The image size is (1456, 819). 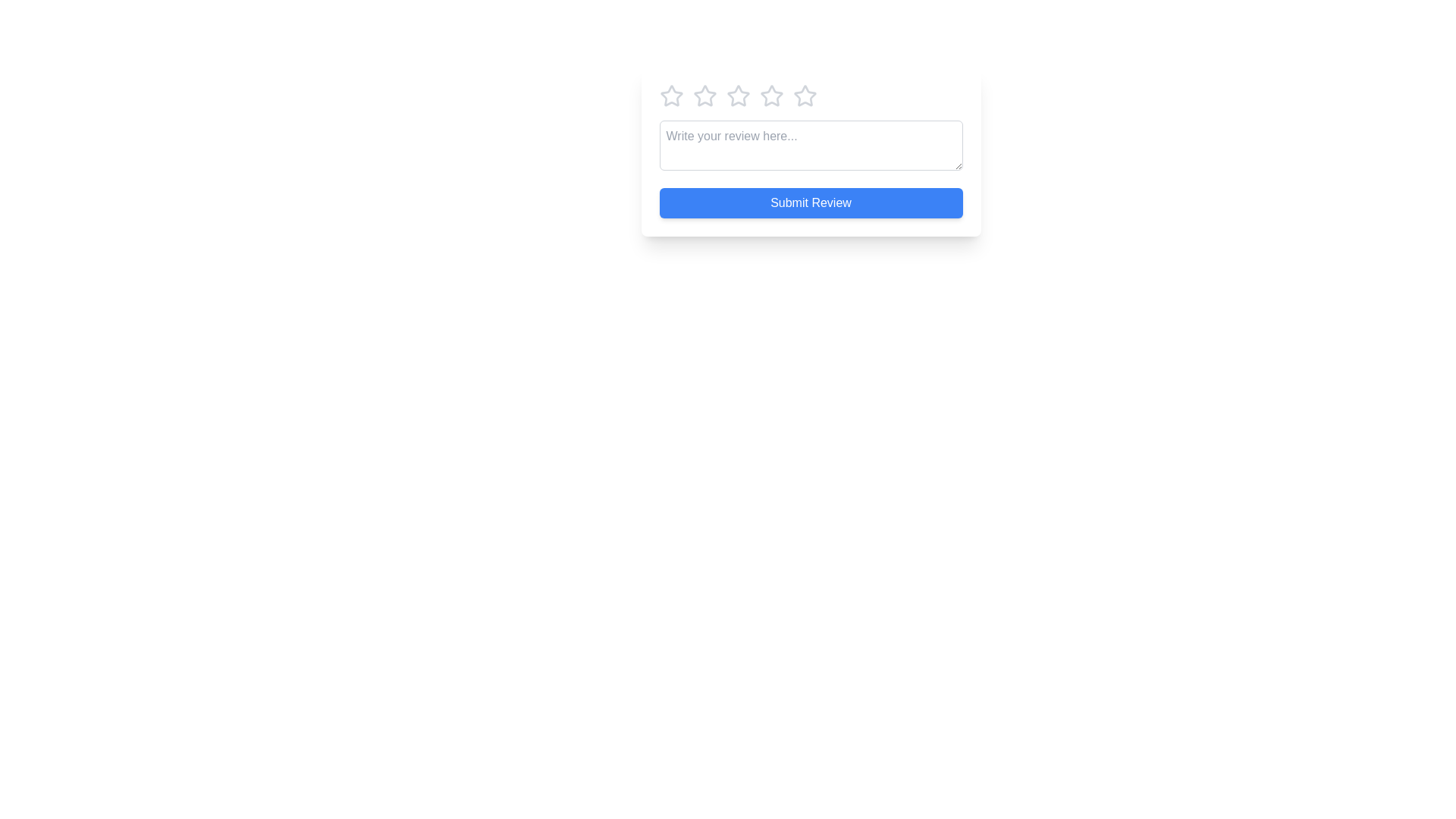 What do you see at coordinates (804, 96) in the screenshot?
I see `the rightmost rating star icon` at bounding box center [804, 96].